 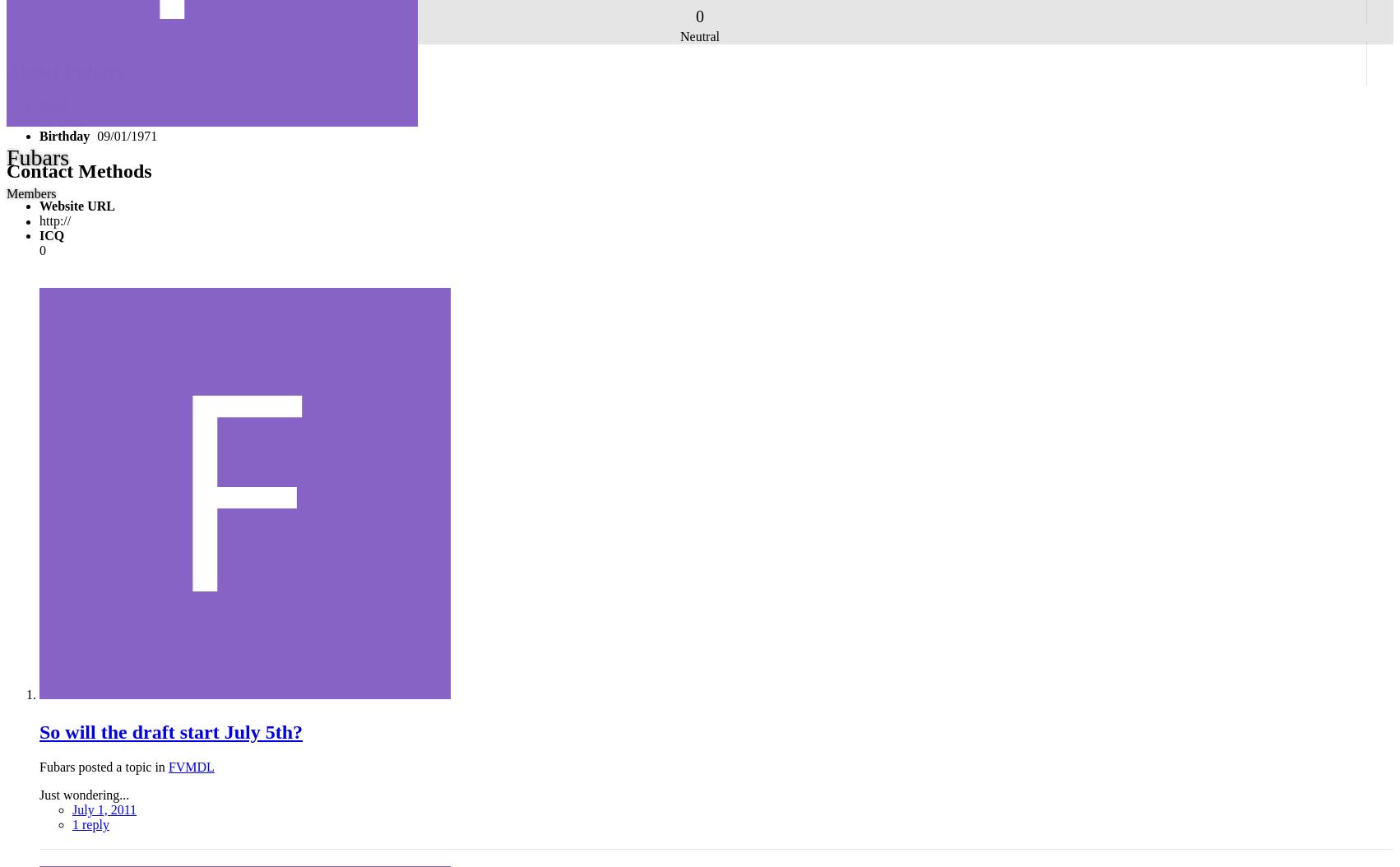 I want to click on 'July 1, 2011', so click(x=72, y=809).